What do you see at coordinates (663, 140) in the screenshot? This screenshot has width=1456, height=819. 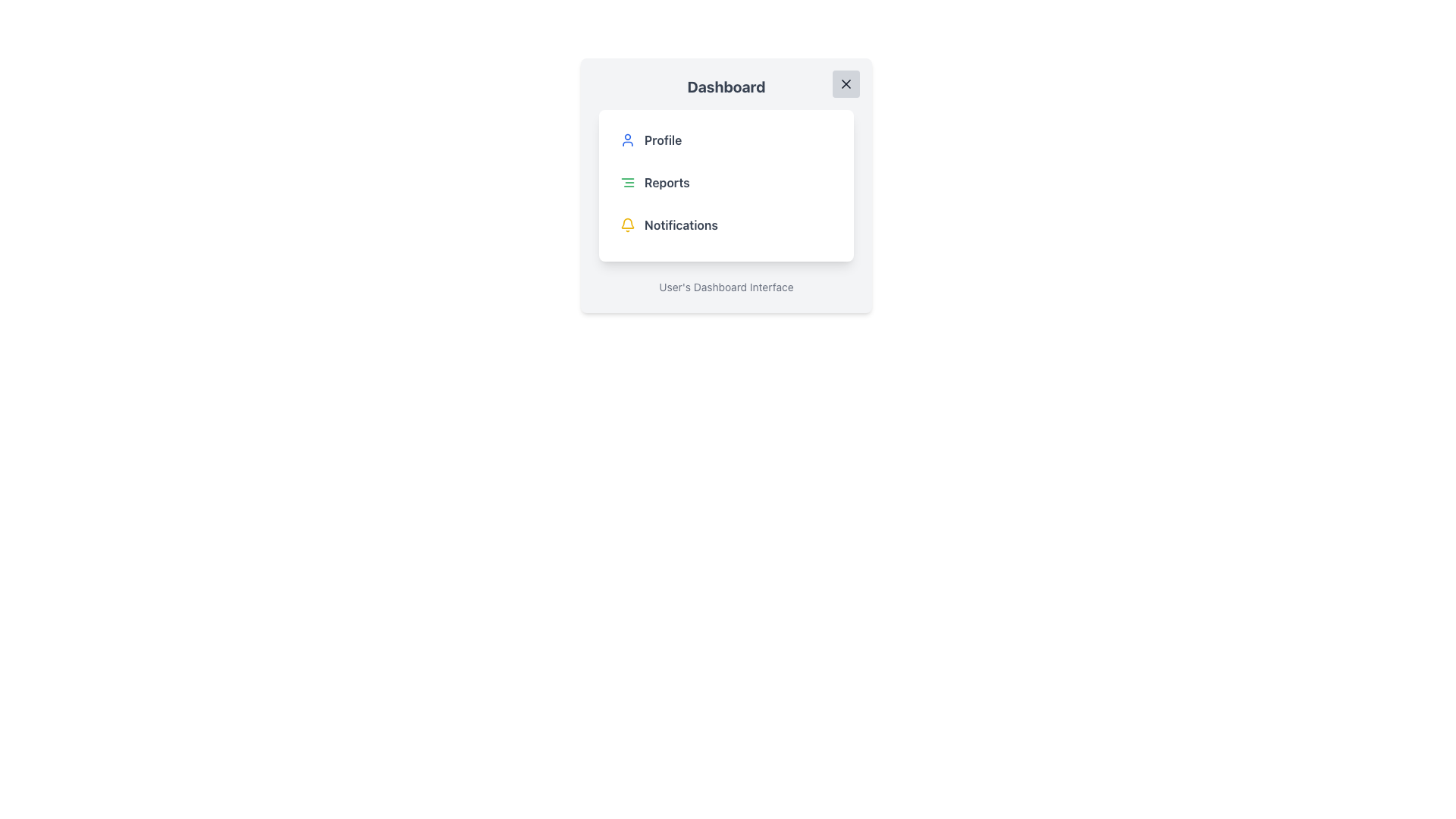 I see `the 'Profile' text label in the menu list` at bounding box center [663, 140].